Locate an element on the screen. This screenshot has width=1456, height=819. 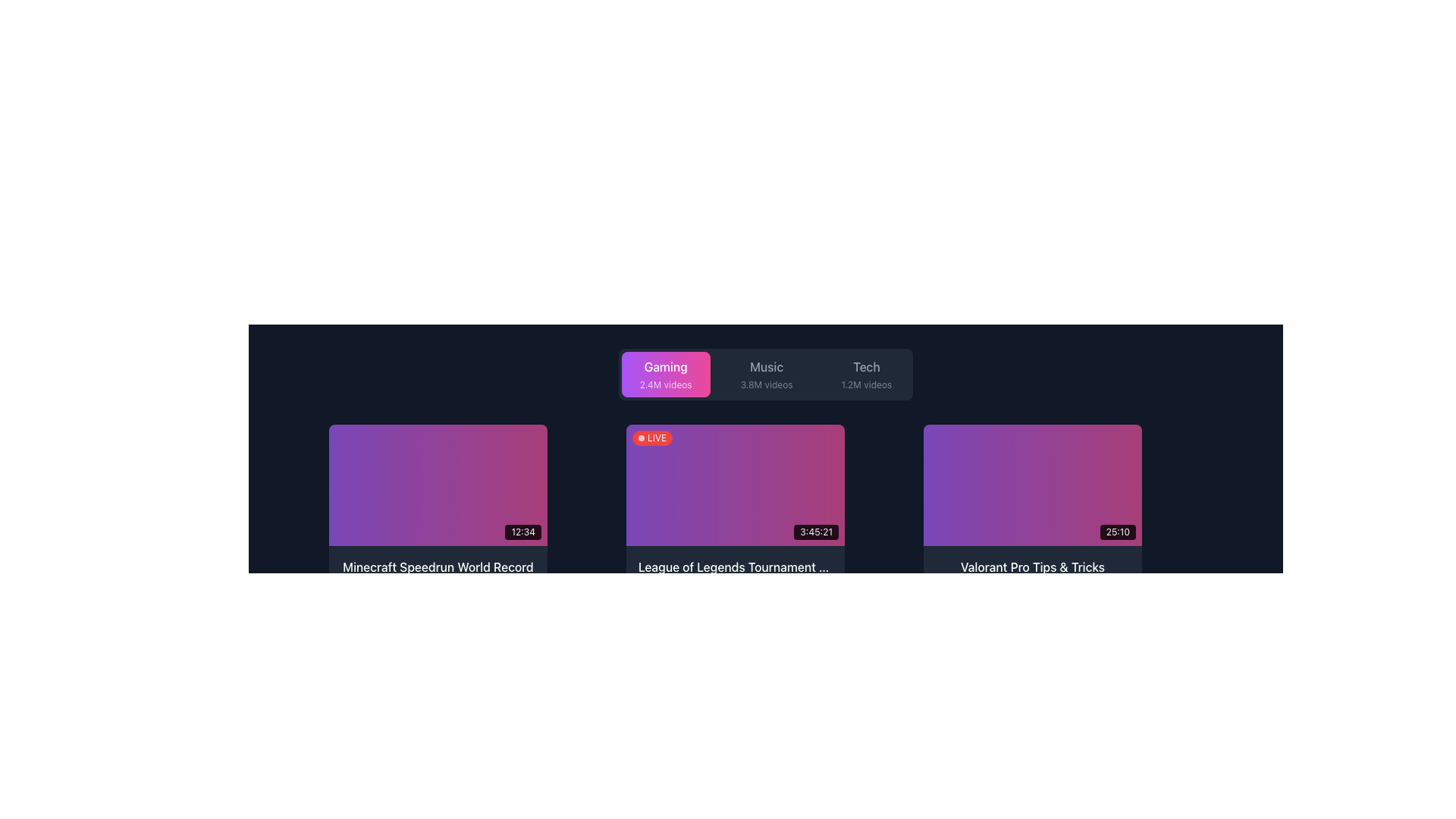
the decorative icons or graphical indicators located beneath the 'Minecraft Speedrun World Record' card in the lower middle interface is located at coordinates (520, 589).